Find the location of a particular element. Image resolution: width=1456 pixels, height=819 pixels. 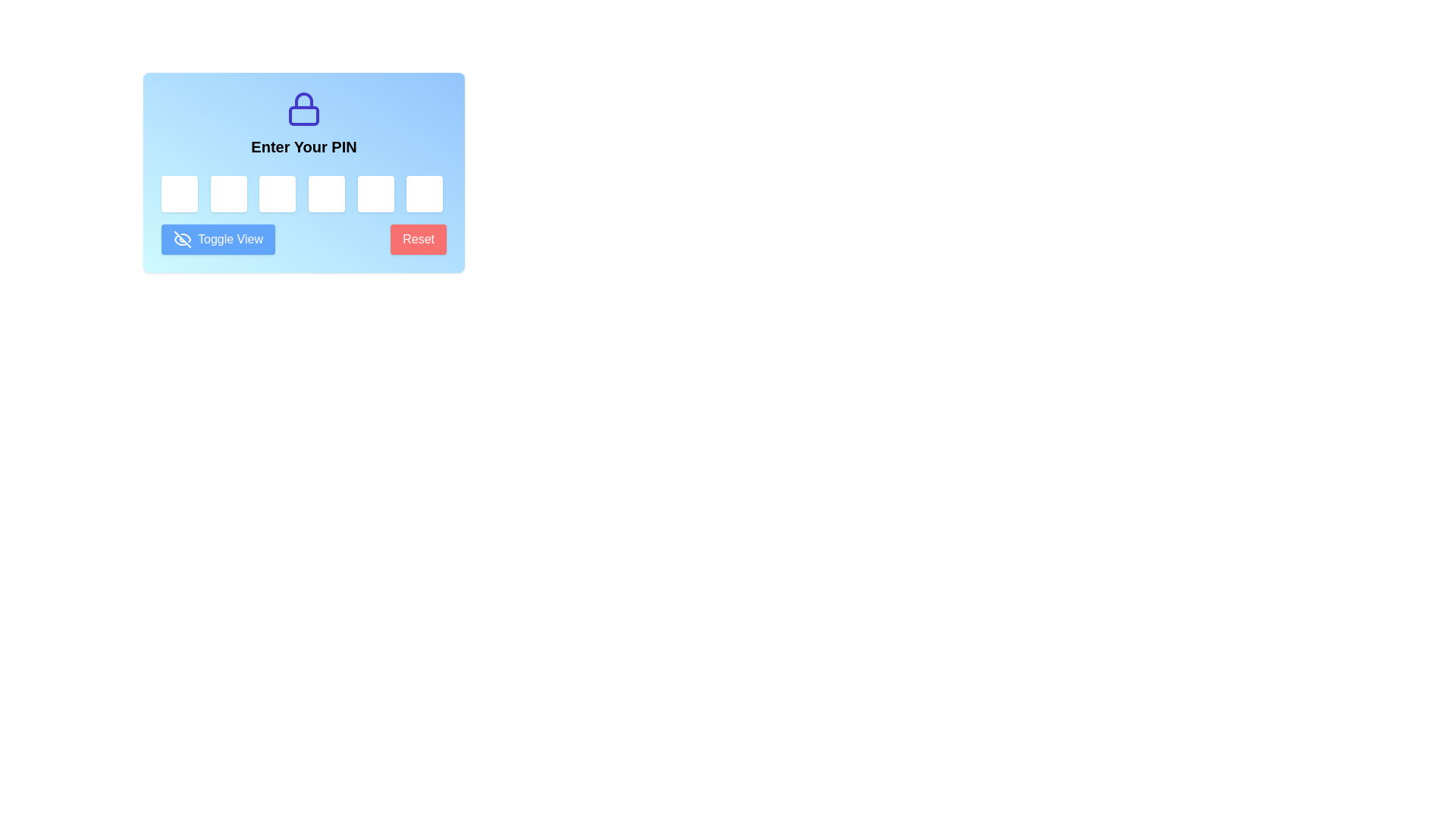

the rectangular spacer located between the 'Toggle View' button on the left and the 'Reset' button on the right, situated centrally beneath six PIN input fields is located at coordinates (303, 239).